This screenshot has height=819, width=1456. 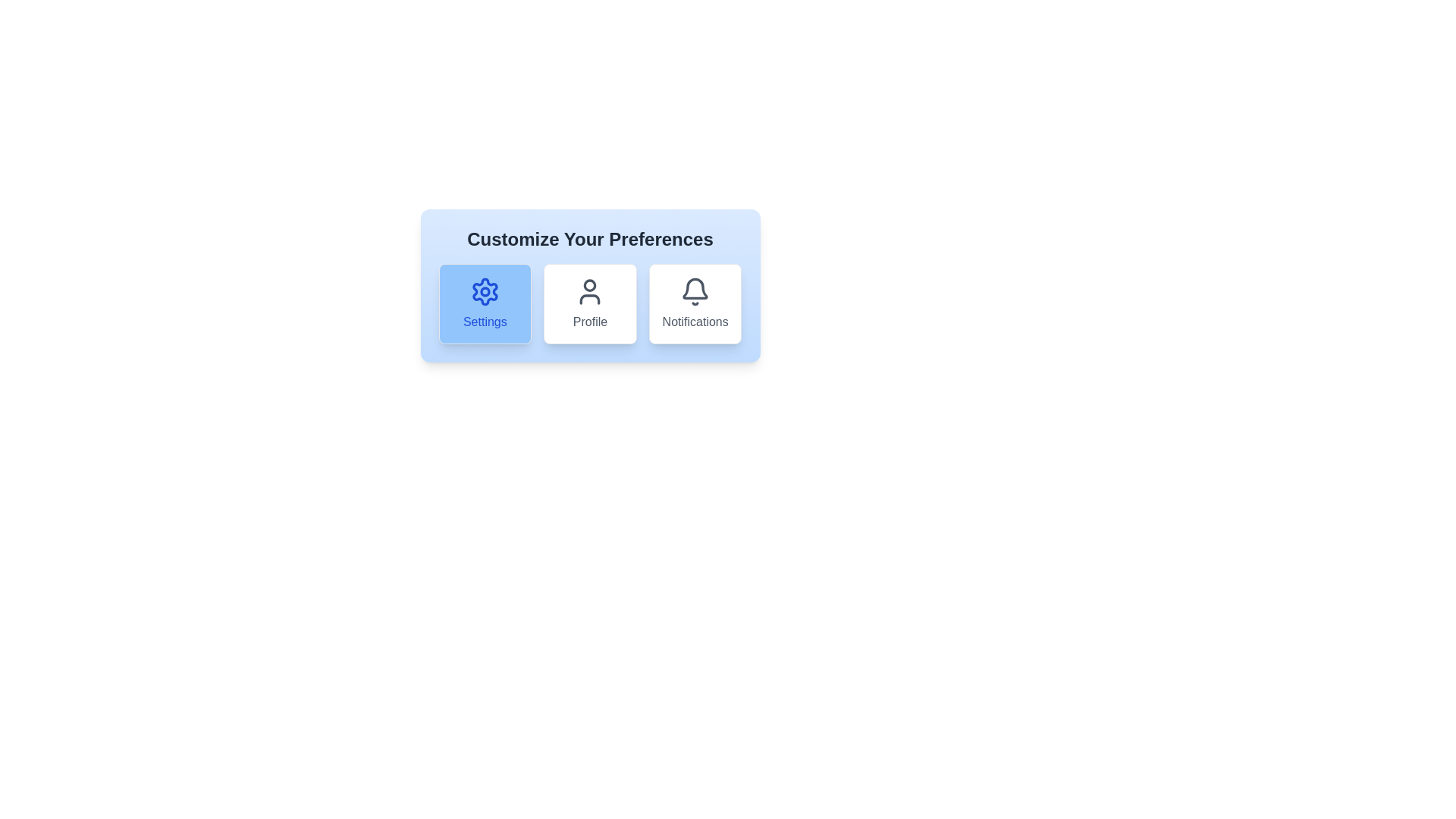 What do you see at coordinates (484, 321) in the screenshot?
I see `the 'Settings' text label, which is displayed in a blue font beneath a gear icon on a rectangular button with a blue background` at bounding box center [484, 321].